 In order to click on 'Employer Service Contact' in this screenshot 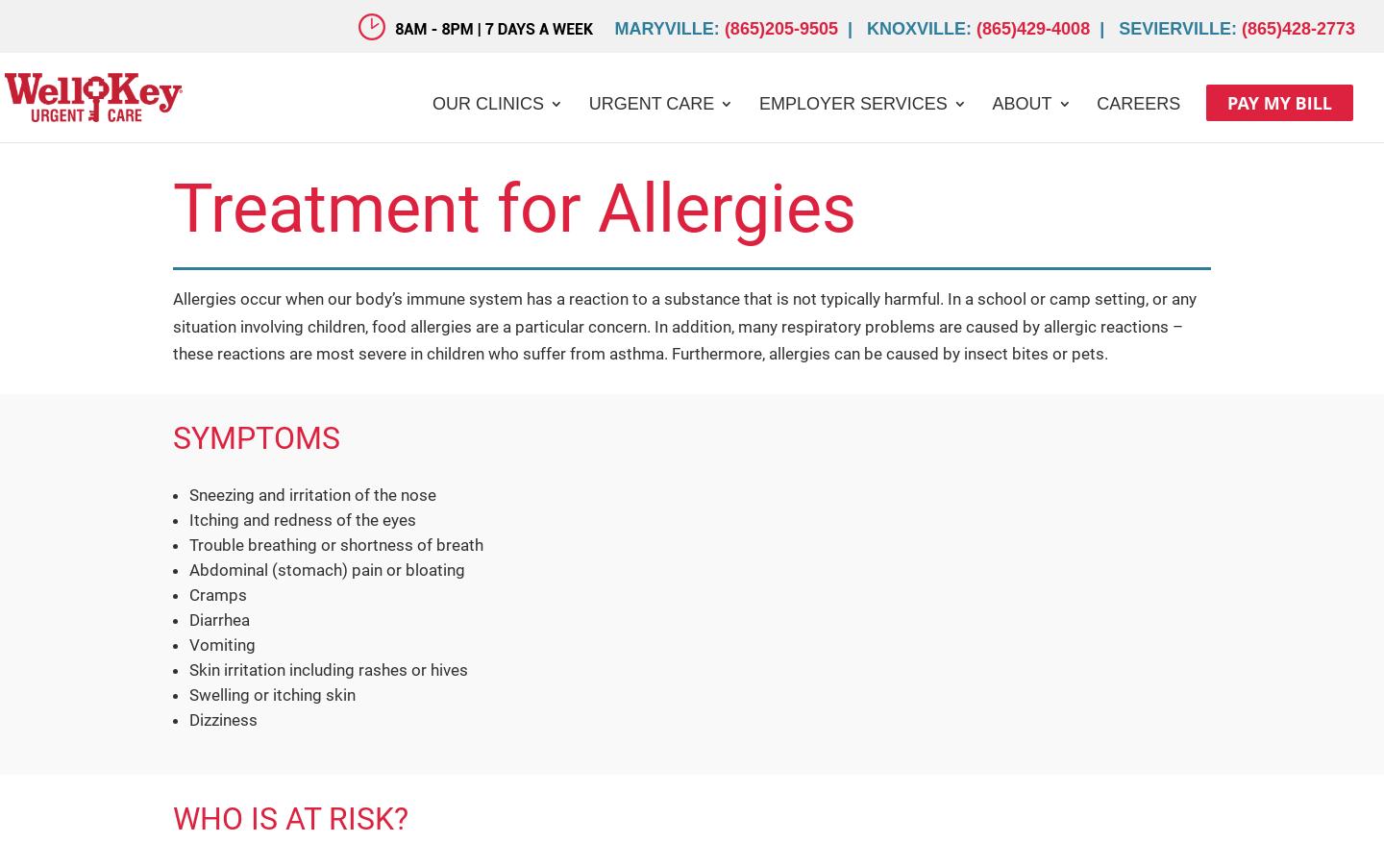, I will do `click(885, 260)`.